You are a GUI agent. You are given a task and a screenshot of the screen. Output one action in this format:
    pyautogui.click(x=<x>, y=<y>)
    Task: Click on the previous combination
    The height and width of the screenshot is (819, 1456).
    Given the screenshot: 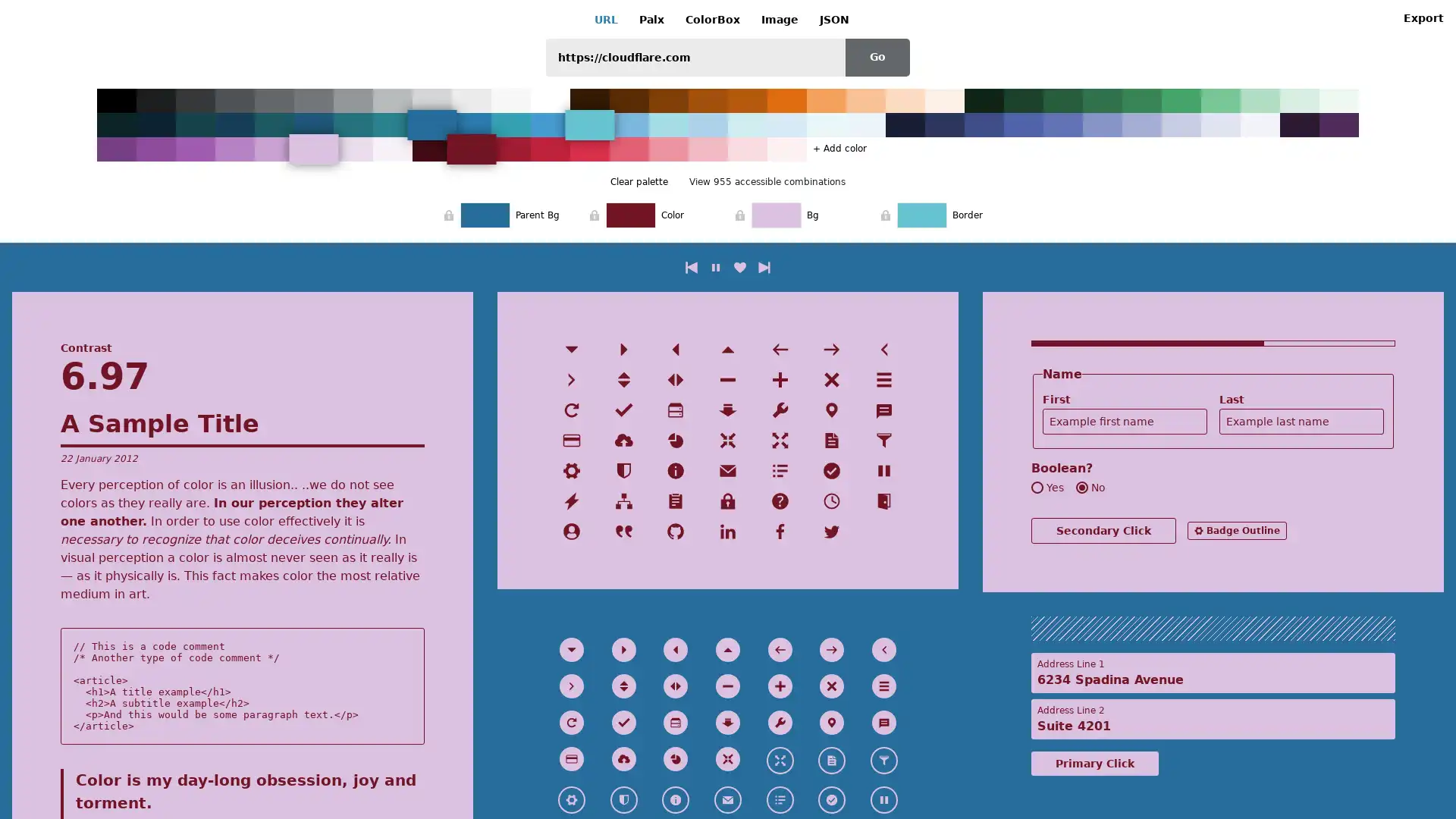 What is the action you would take?
    pyautogui.click(x=691, y=265)
    